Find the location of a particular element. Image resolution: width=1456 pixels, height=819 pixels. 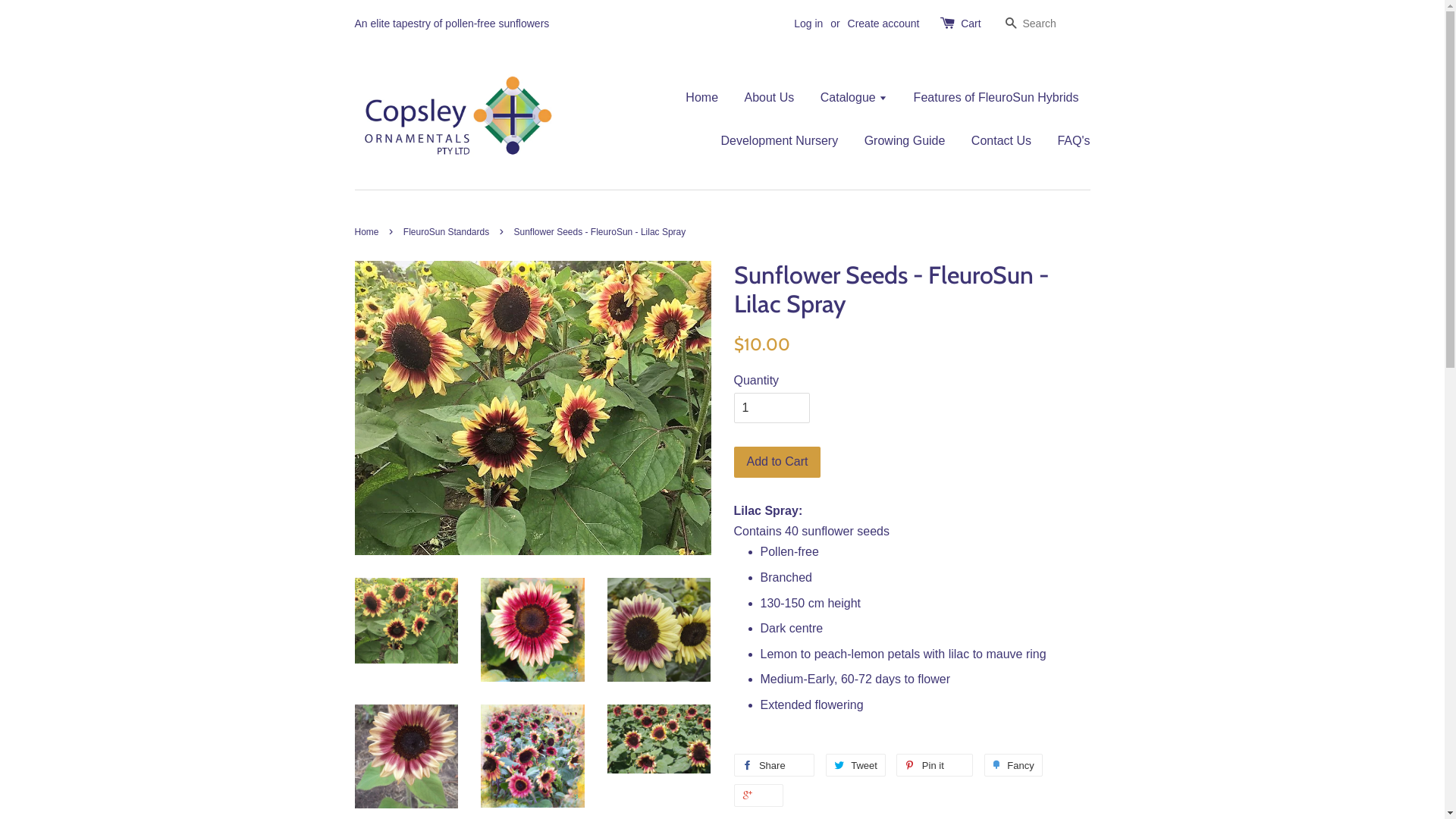

'Share' is located at coordinates (774, 765).